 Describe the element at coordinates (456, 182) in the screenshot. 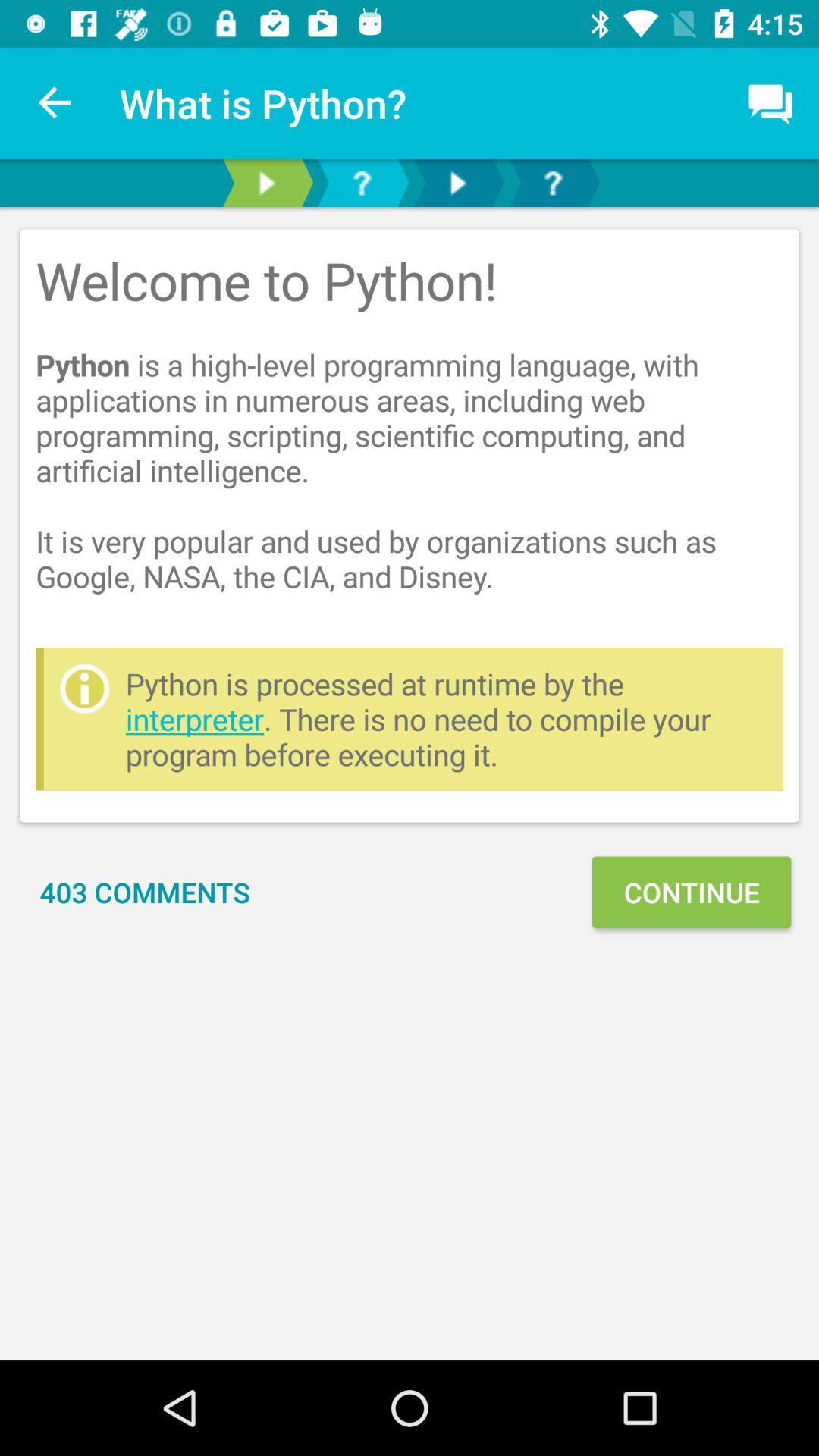

I see `next button or forward button` at that location.